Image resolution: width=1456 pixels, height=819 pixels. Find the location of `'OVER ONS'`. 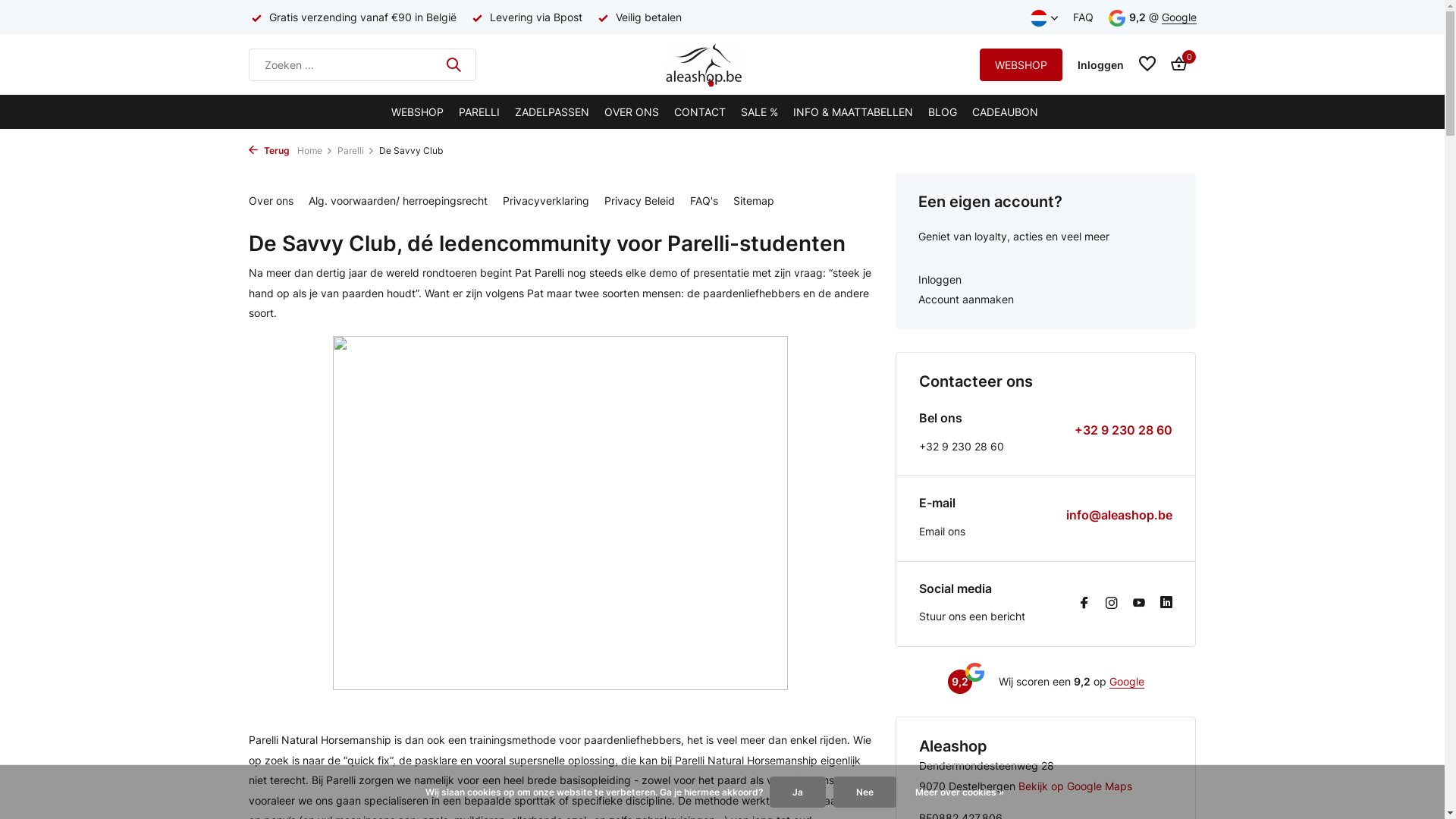

'OVER ONS' is located at coordinates (632, 111).